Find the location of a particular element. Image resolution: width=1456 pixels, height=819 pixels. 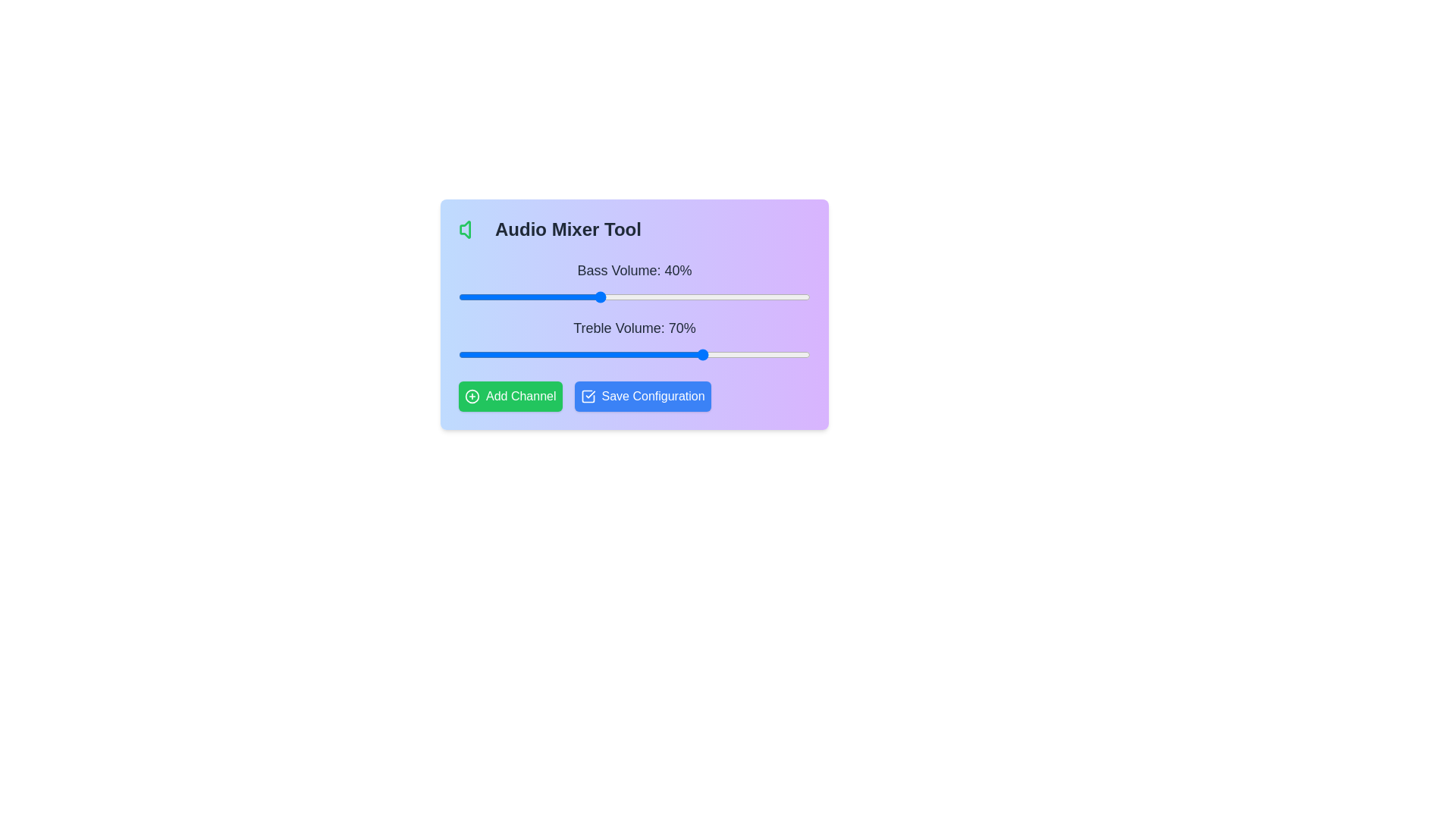

treble volume is located at coordinates (666, 354).